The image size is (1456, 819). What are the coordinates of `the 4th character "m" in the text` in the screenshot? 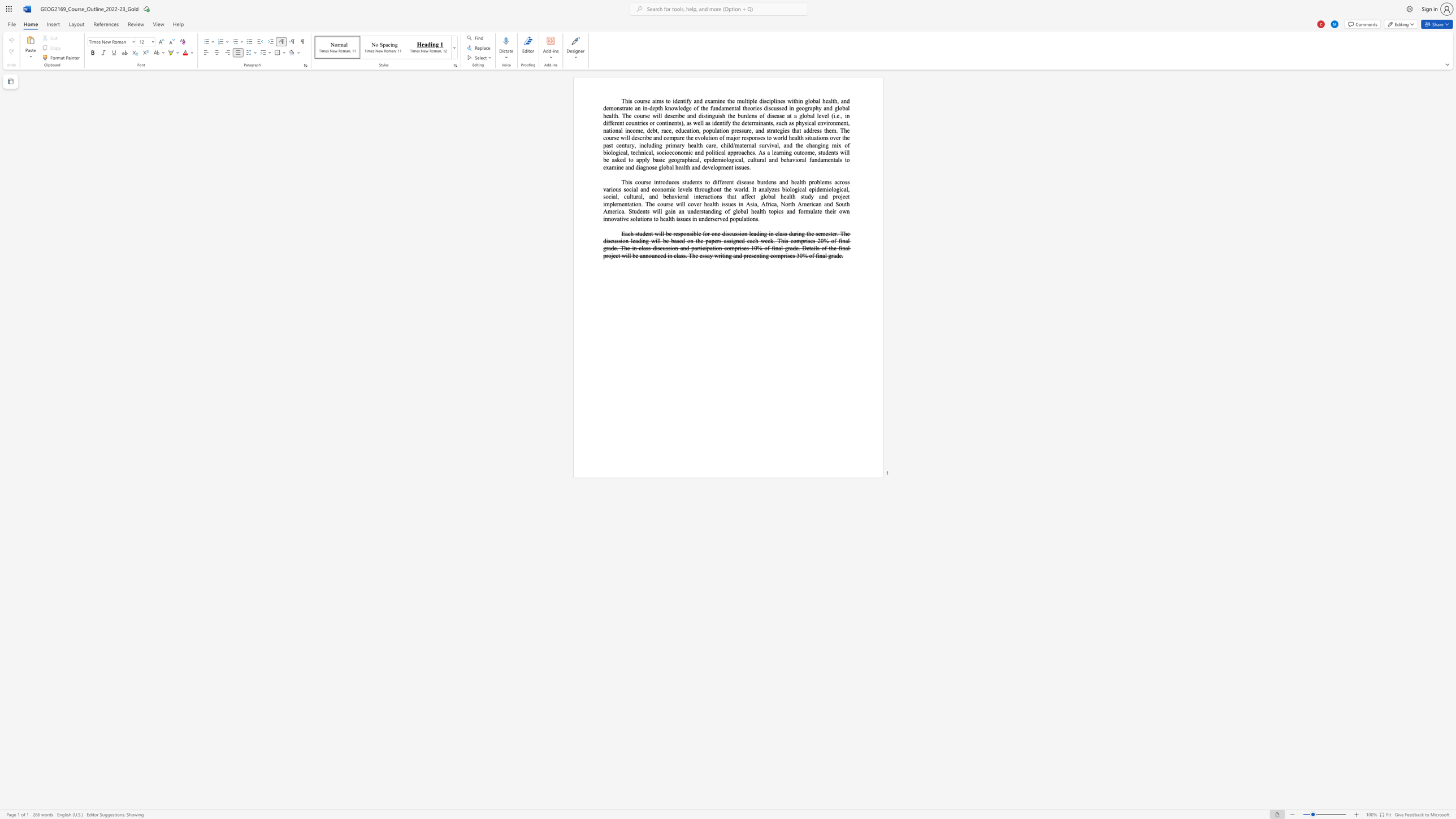 It's located at (737, 145).